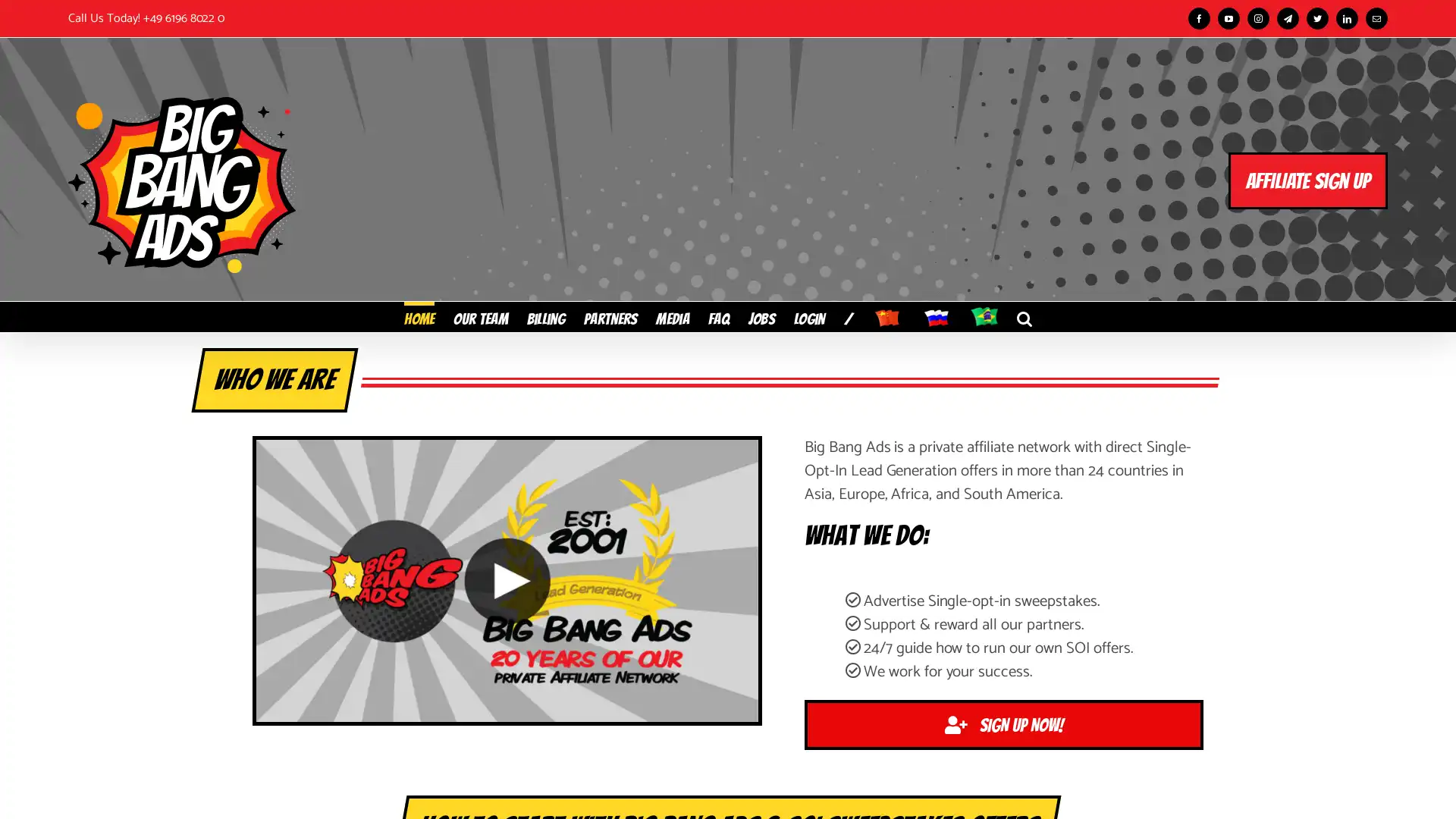  I want to click on Search, so click(1024, 315).